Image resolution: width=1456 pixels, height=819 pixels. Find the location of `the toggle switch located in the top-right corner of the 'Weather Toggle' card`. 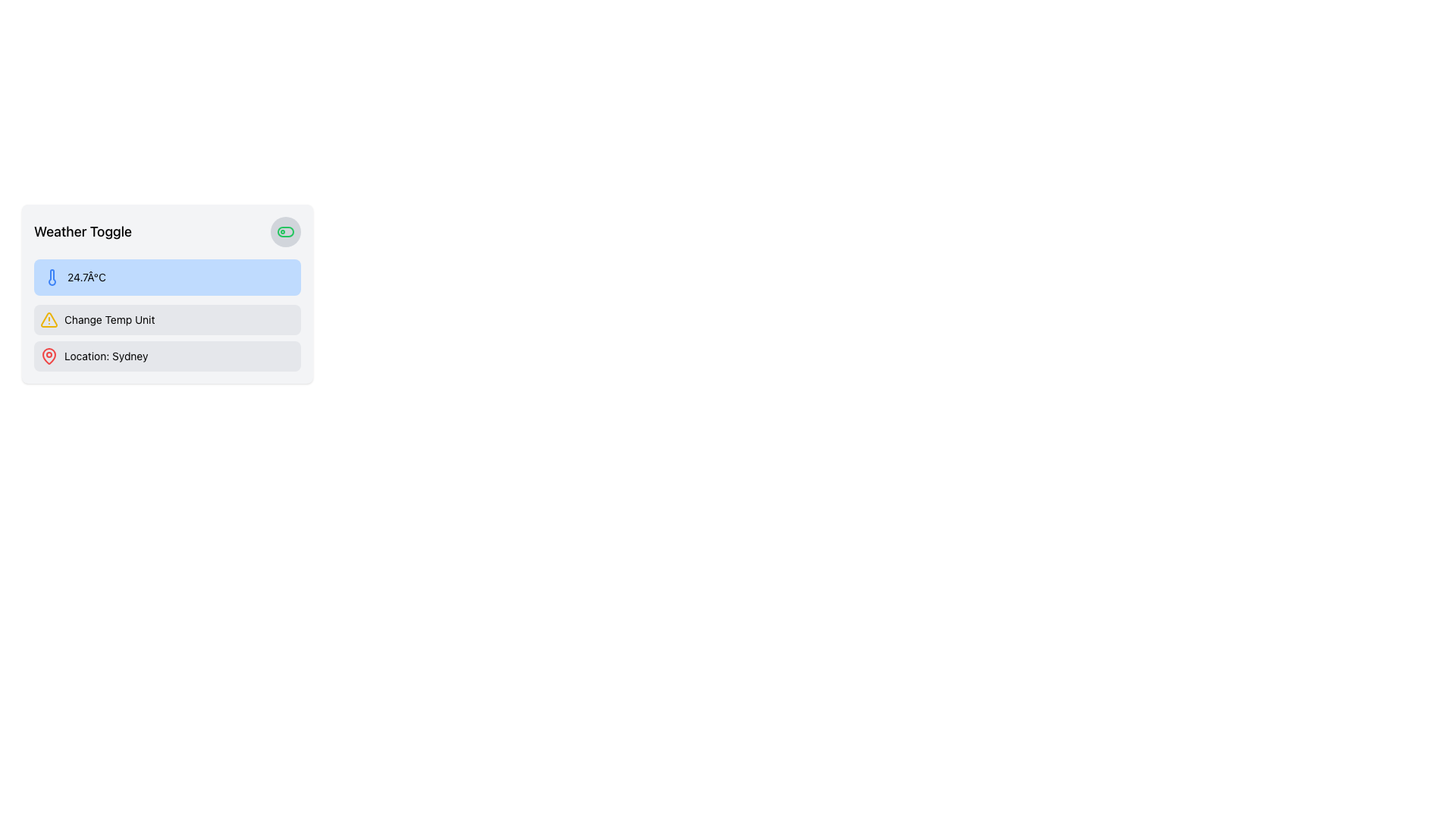

the toggle switch located in the top-right corner of the 'Weather Toggle' card is located at coordinates (286, 231).